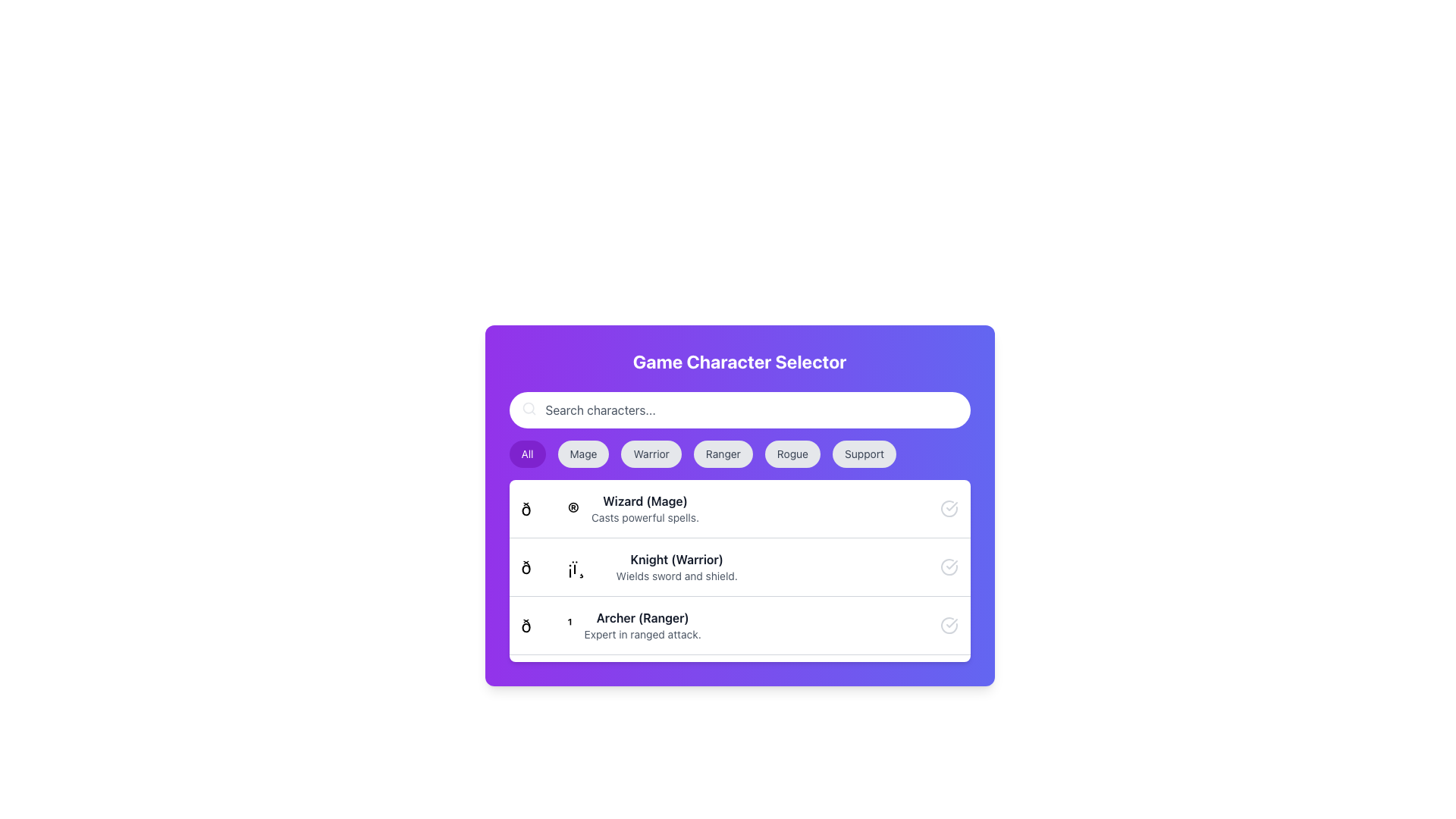 The height and width of the screenshot is (819, 1456). What do you see at coordinates (739, 362) in the screenshot?
I see `the header displaying 'Game Character Selector', which is a bold, large white text on a gradient background` at bounding box center [739, 362].